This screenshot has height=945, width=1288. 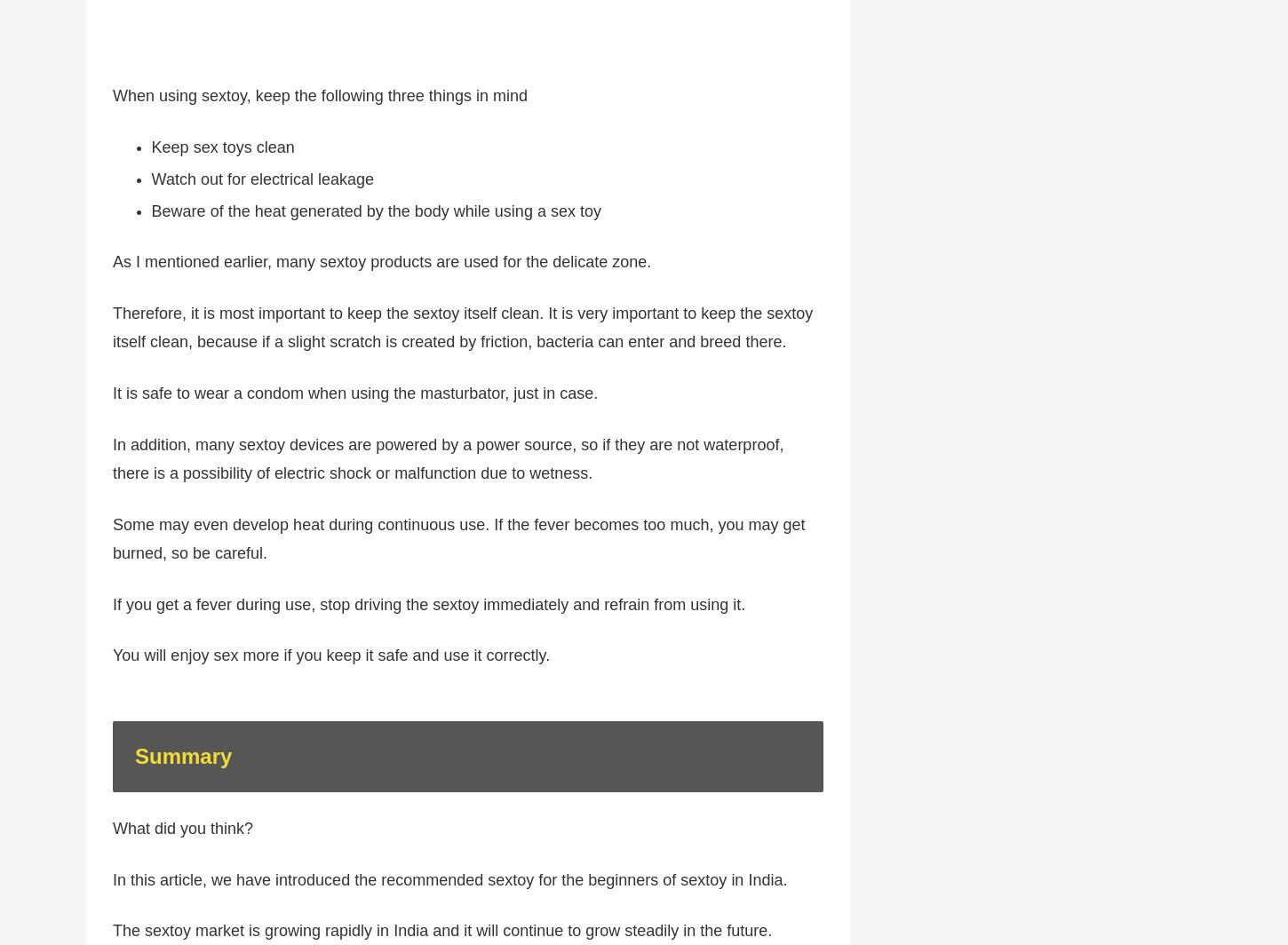 What do you see at coordinates (458, 548) in the screenshot?
I see `'Some may even develop heat during continuous use. If the fever becomes too much, you may get burned, so be careful.'` at bounding box center [458, 548].